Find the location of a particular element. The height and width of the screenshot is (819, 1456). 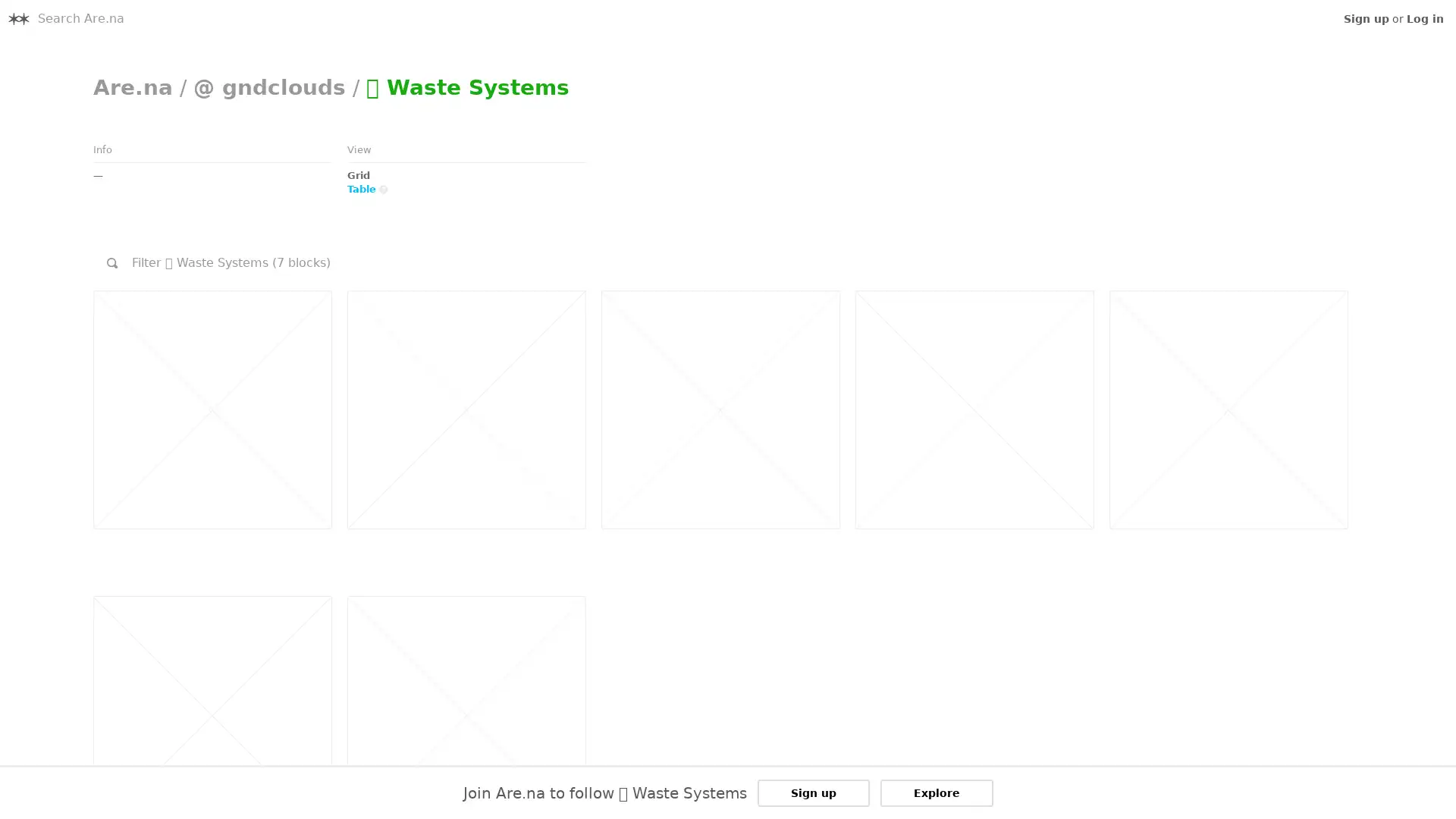

Link to Link: Your Recycling Gets Recycled, Right? Maybe, or Maybe Not is located at coordinates (974, 409).